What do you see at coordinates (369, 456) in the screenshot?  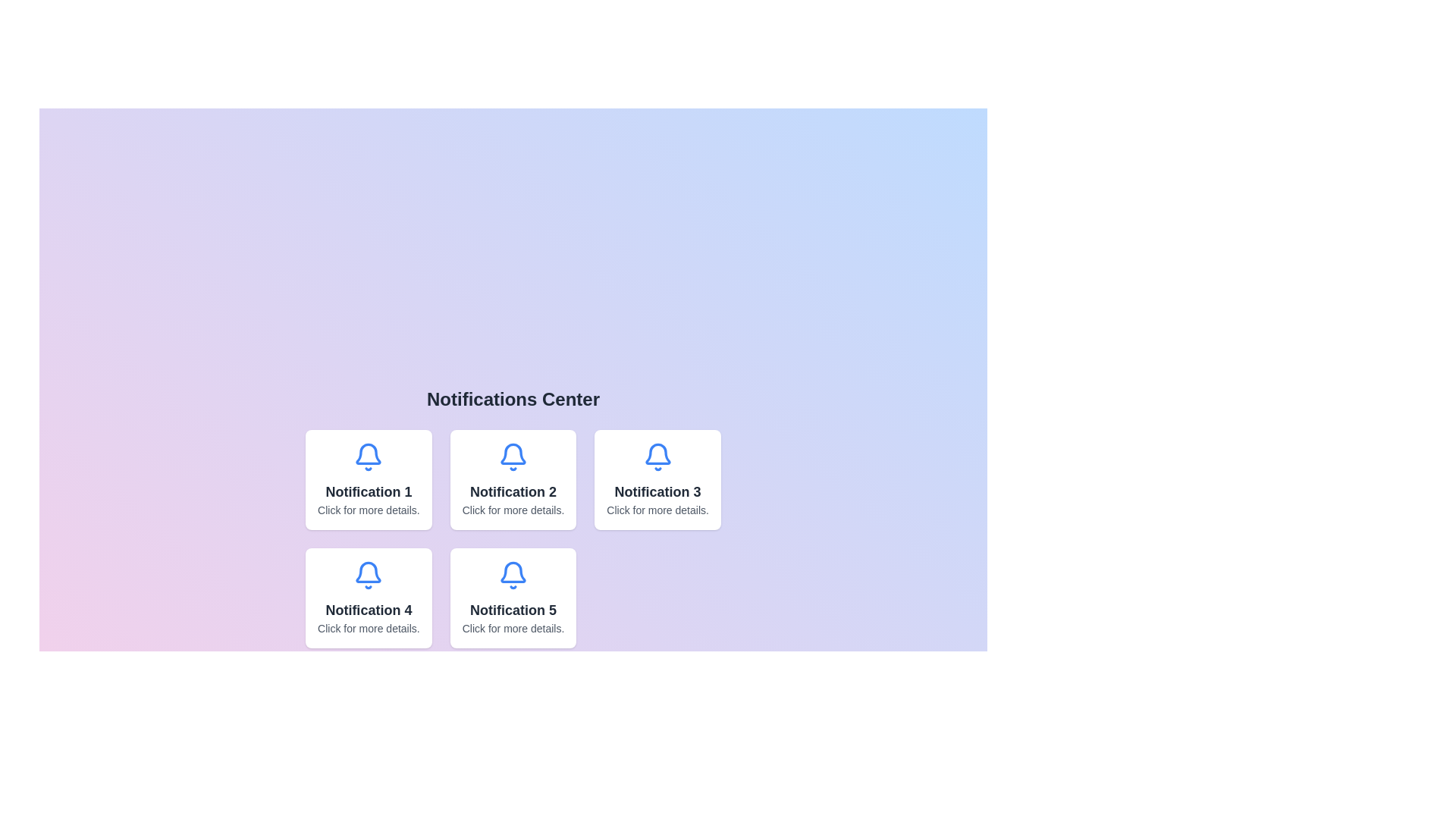 I see `the blue notification bell icon` at bounding box center [369, 456].